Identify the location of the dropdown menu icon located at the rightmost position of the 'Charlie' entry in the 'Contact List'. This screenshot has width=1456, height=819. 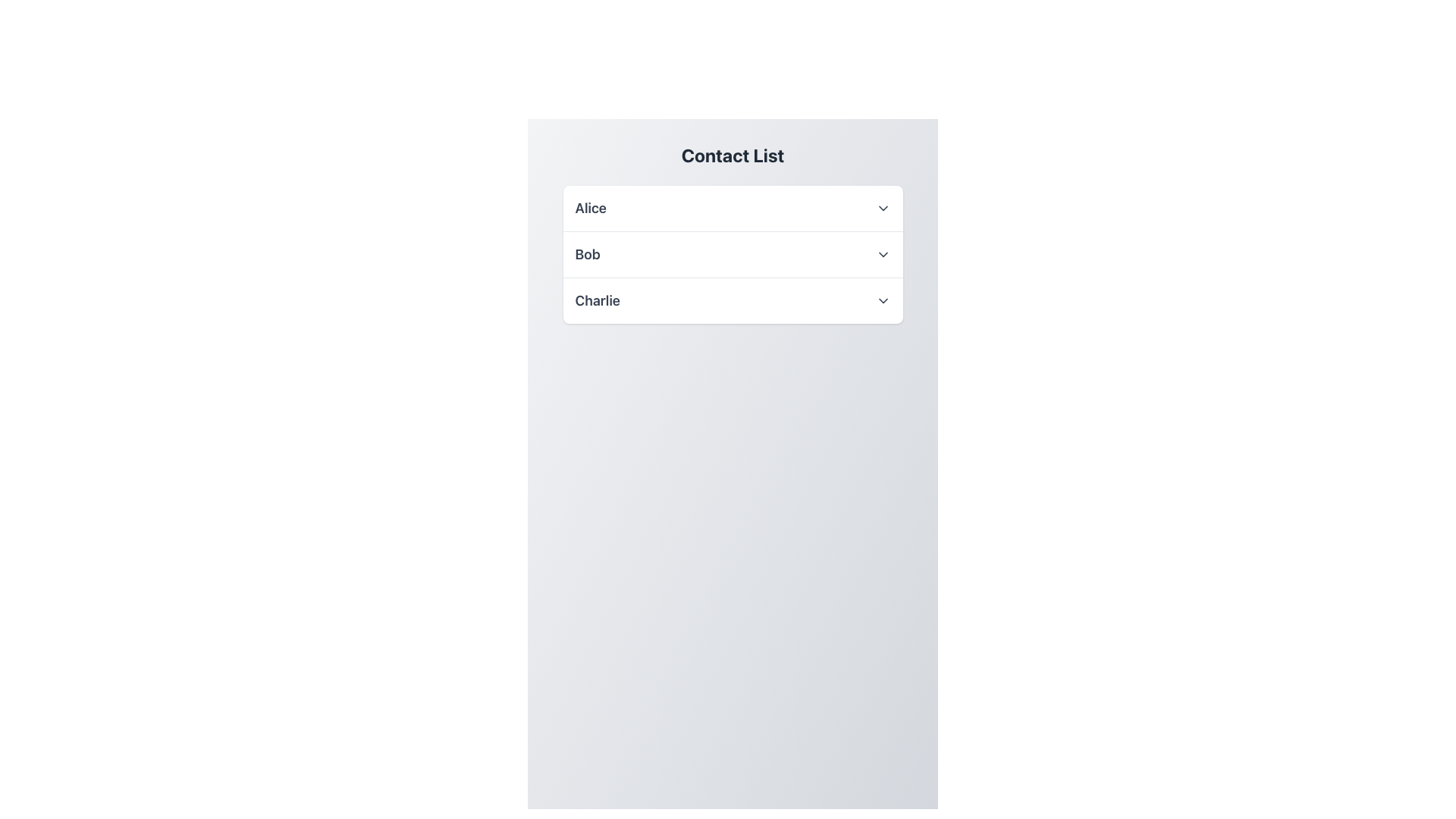
(883, 301).